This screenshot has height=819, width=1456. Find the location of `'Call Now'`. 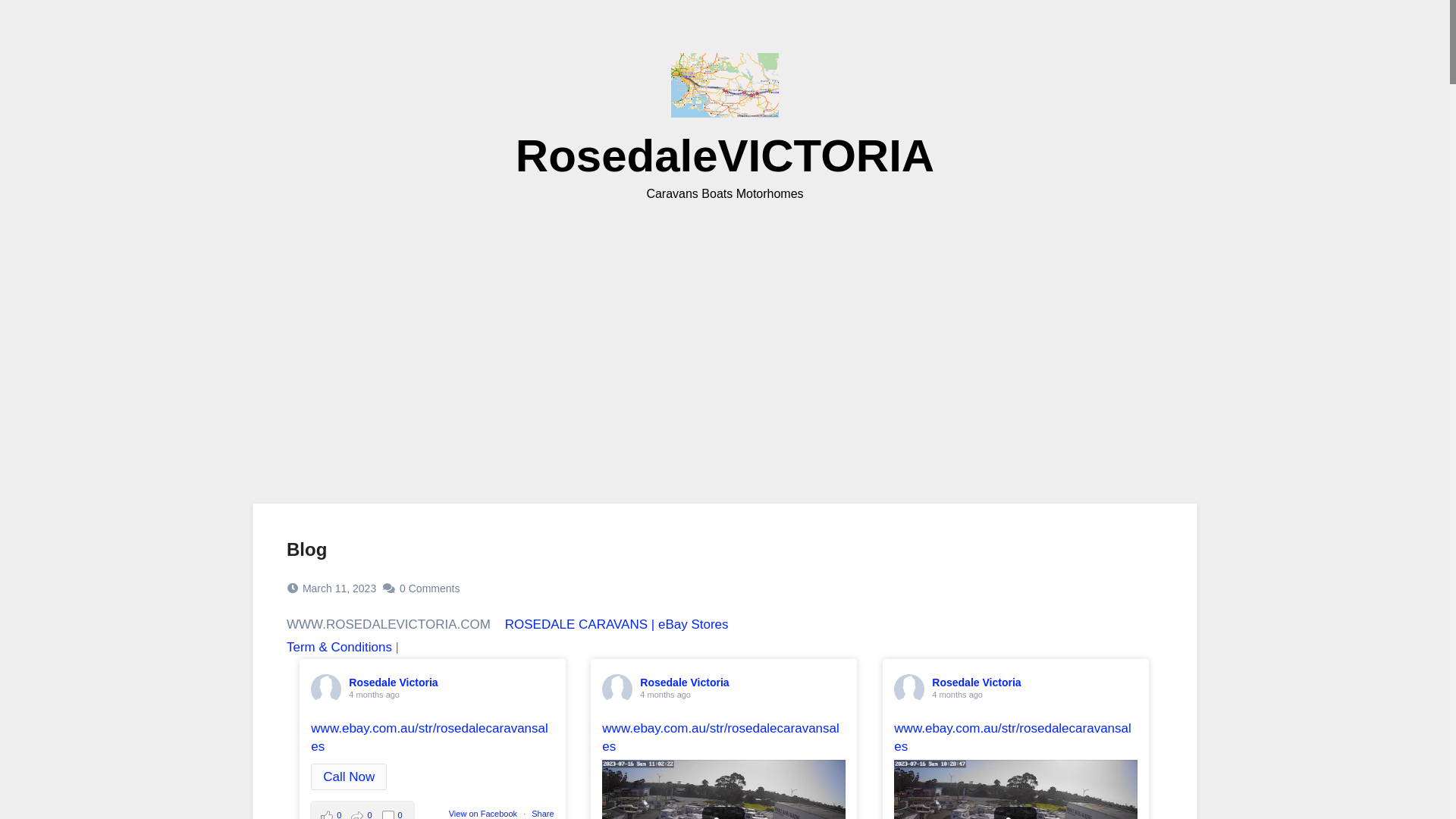

'Call Now' is located at coordinates (348, 777).